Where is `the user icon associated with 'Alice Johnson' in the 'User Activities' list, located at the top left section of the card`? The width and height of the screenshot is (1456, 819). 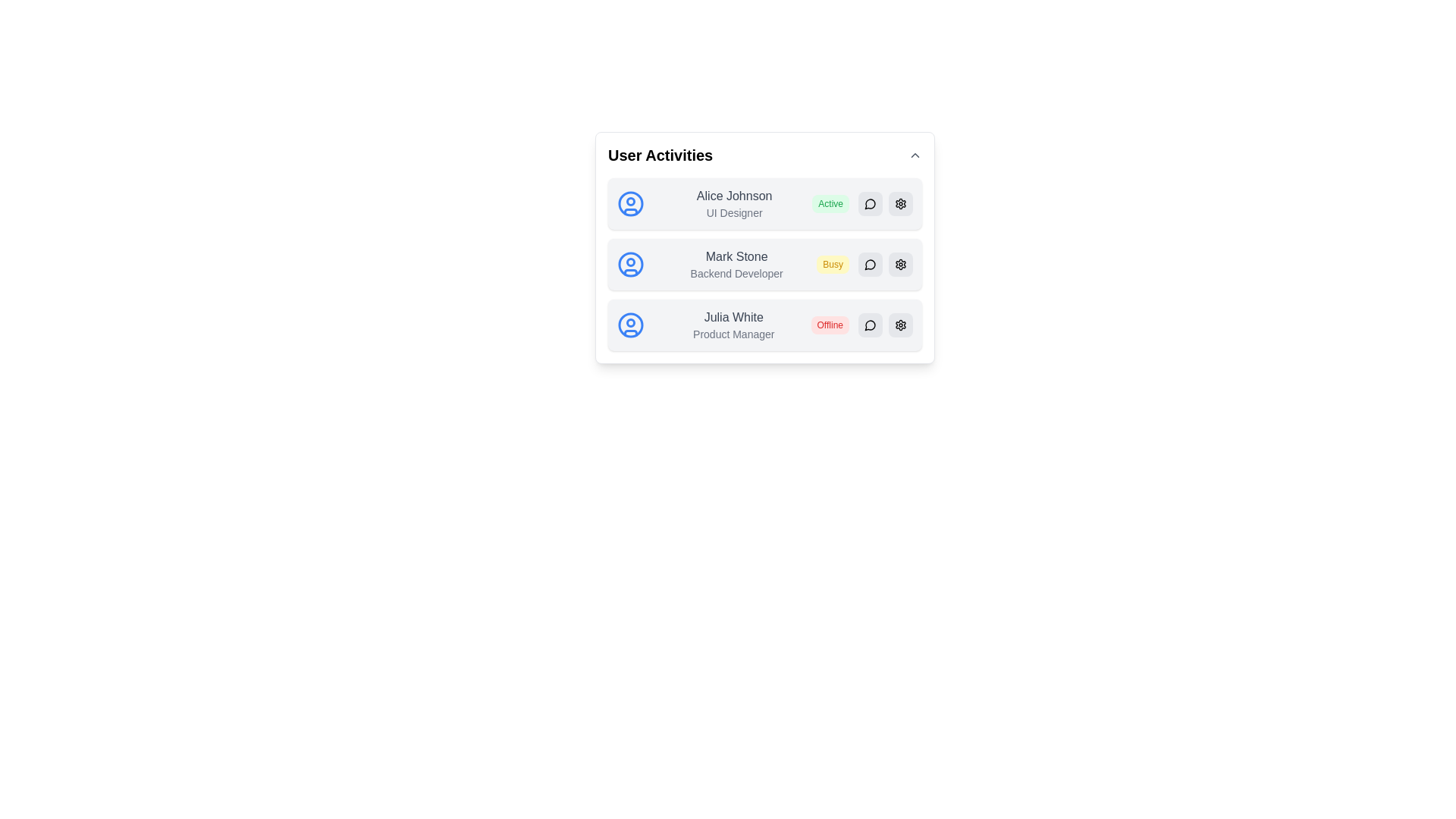 the user icon associated with 'Alice Johnson' in the 'User Activities' list, located at the top left section of the card is located at coordinates (630, 203).